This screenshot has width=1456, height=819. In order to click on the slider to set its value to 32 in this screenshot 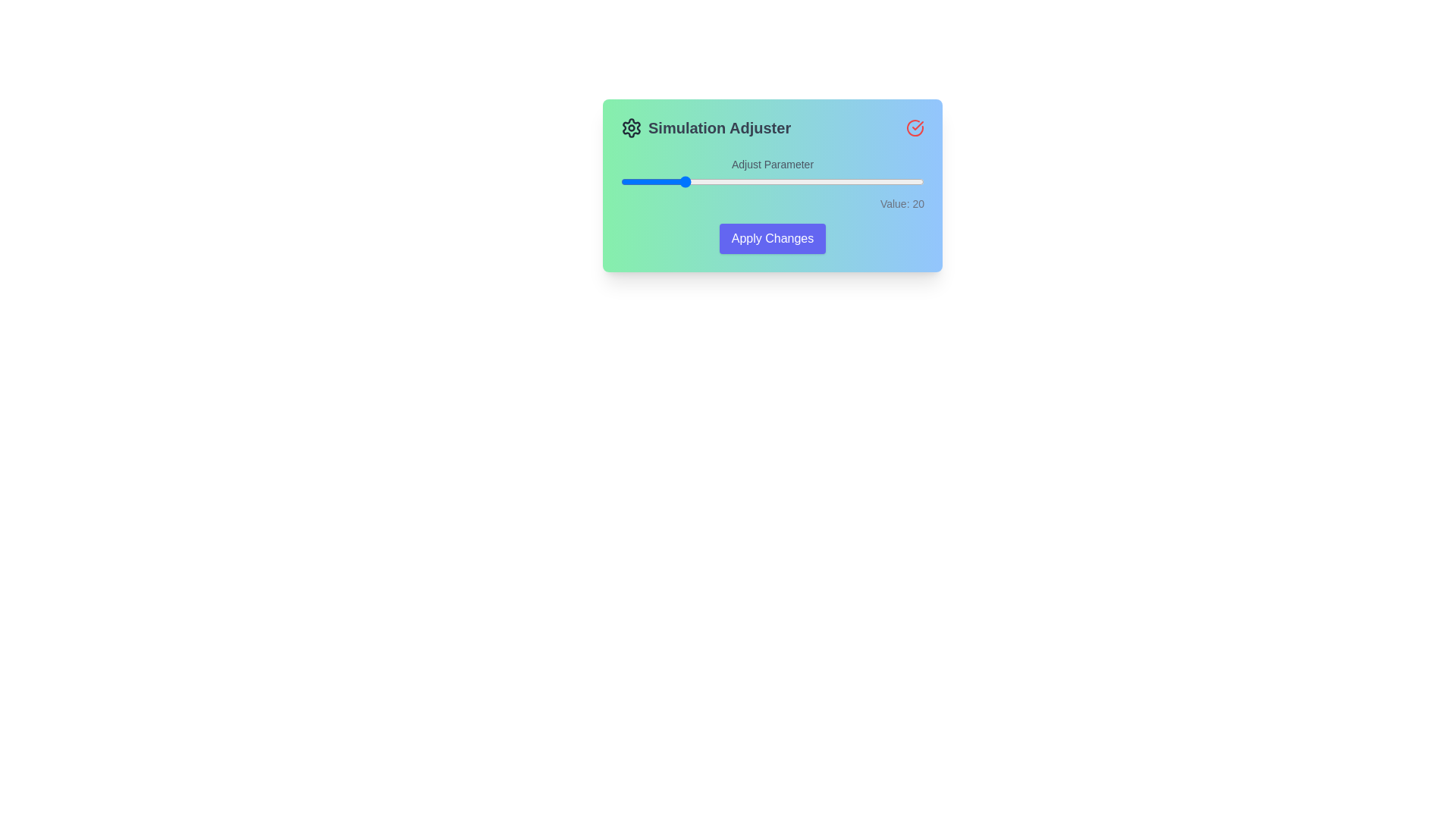, I will do `click(717, 180)`.